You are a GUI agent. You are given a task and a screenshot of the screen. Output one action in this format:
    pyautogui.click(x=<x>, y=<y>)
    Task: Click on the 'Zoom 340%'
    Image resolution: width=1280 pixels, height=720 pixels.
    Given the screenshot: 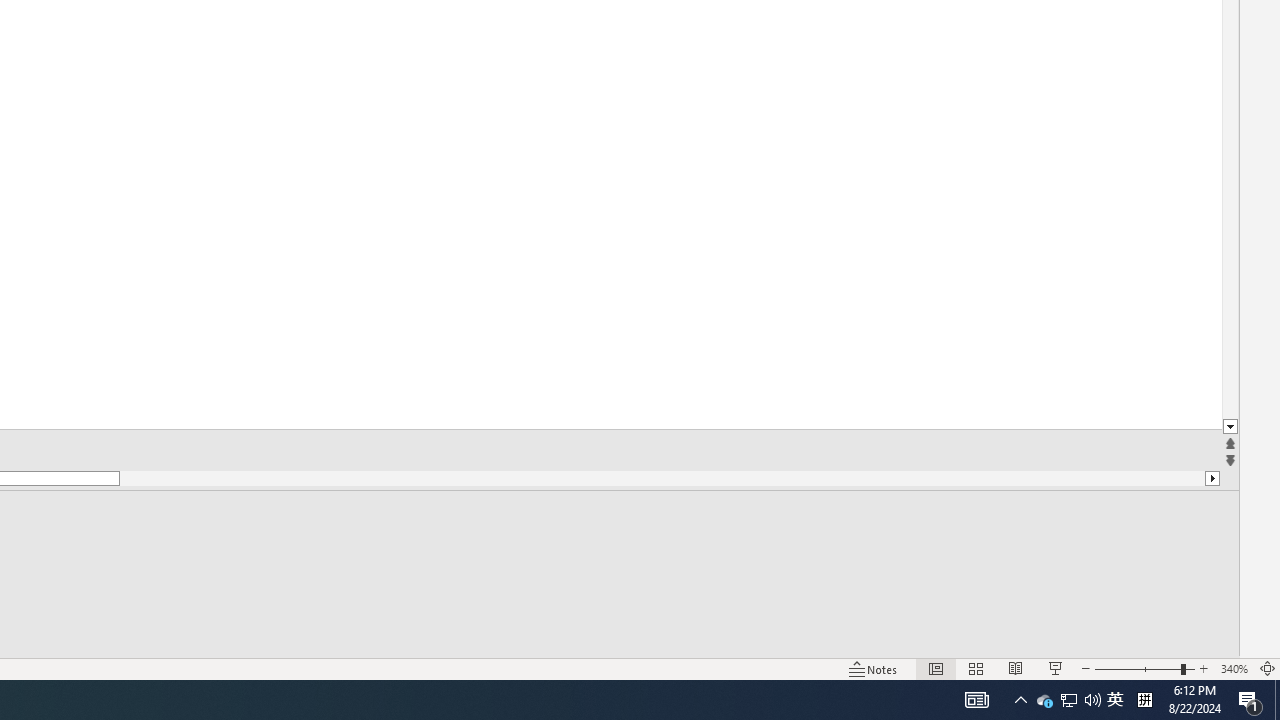 What is the action you would take?
    pyautogui.click(x=1233, y=669)
    